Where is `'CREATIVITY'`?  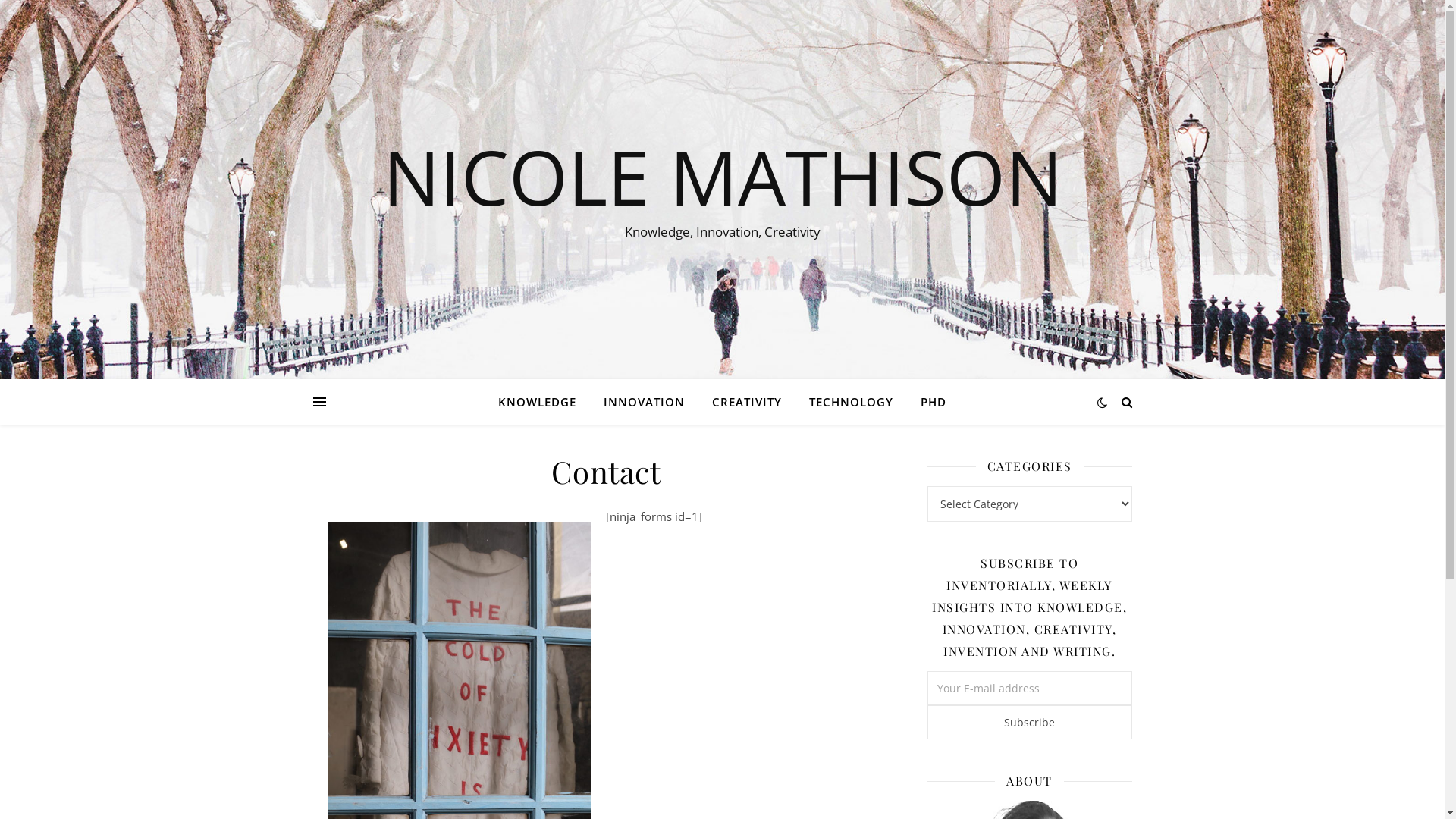 'CREATIVITY' is located at coordinates (698, 400).